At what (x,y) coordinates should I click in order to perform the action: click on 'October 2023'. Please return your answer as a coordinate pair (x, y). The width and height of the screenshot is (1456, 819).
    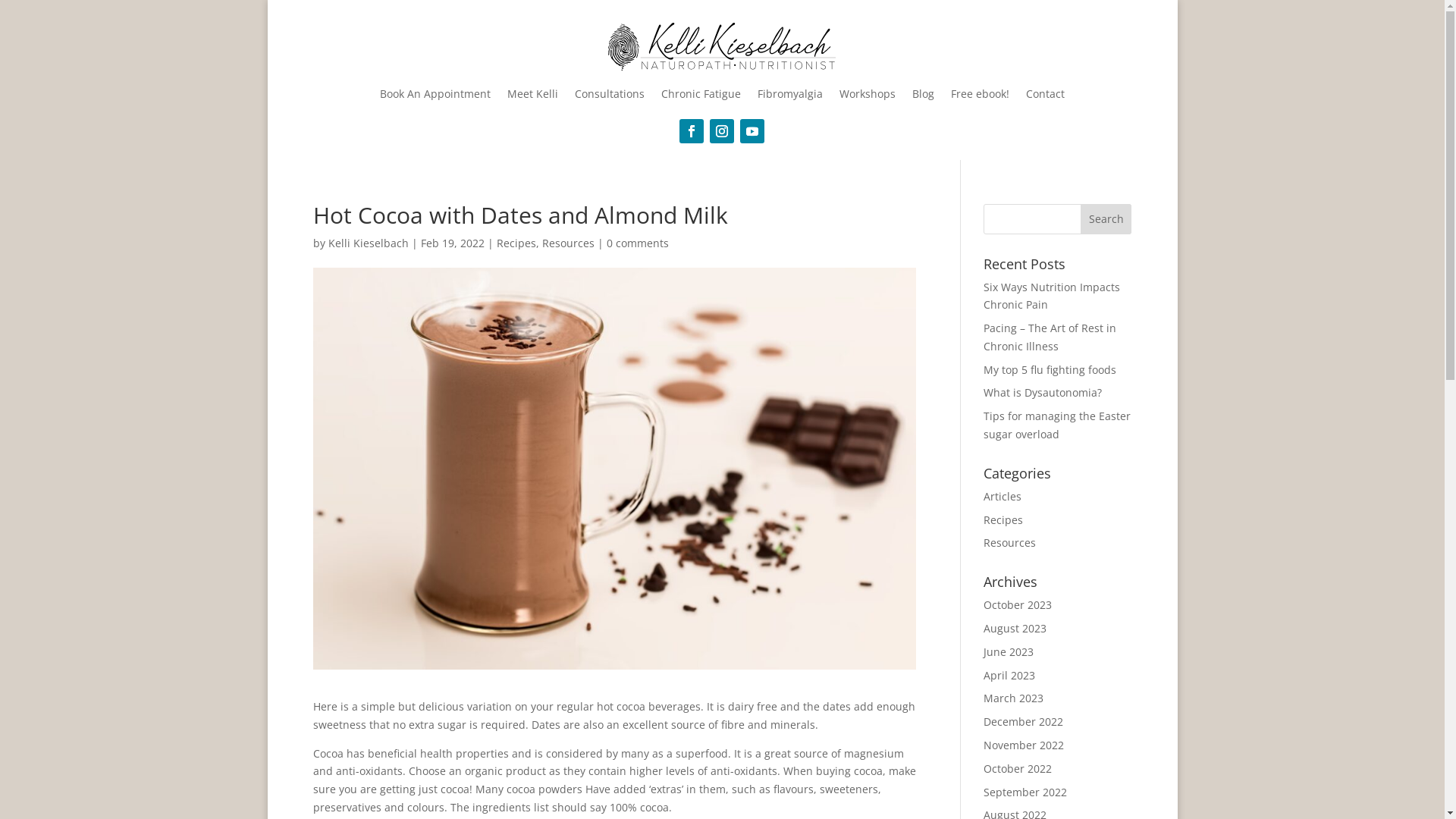
    Looking at the image, I should click on (1018, 604).